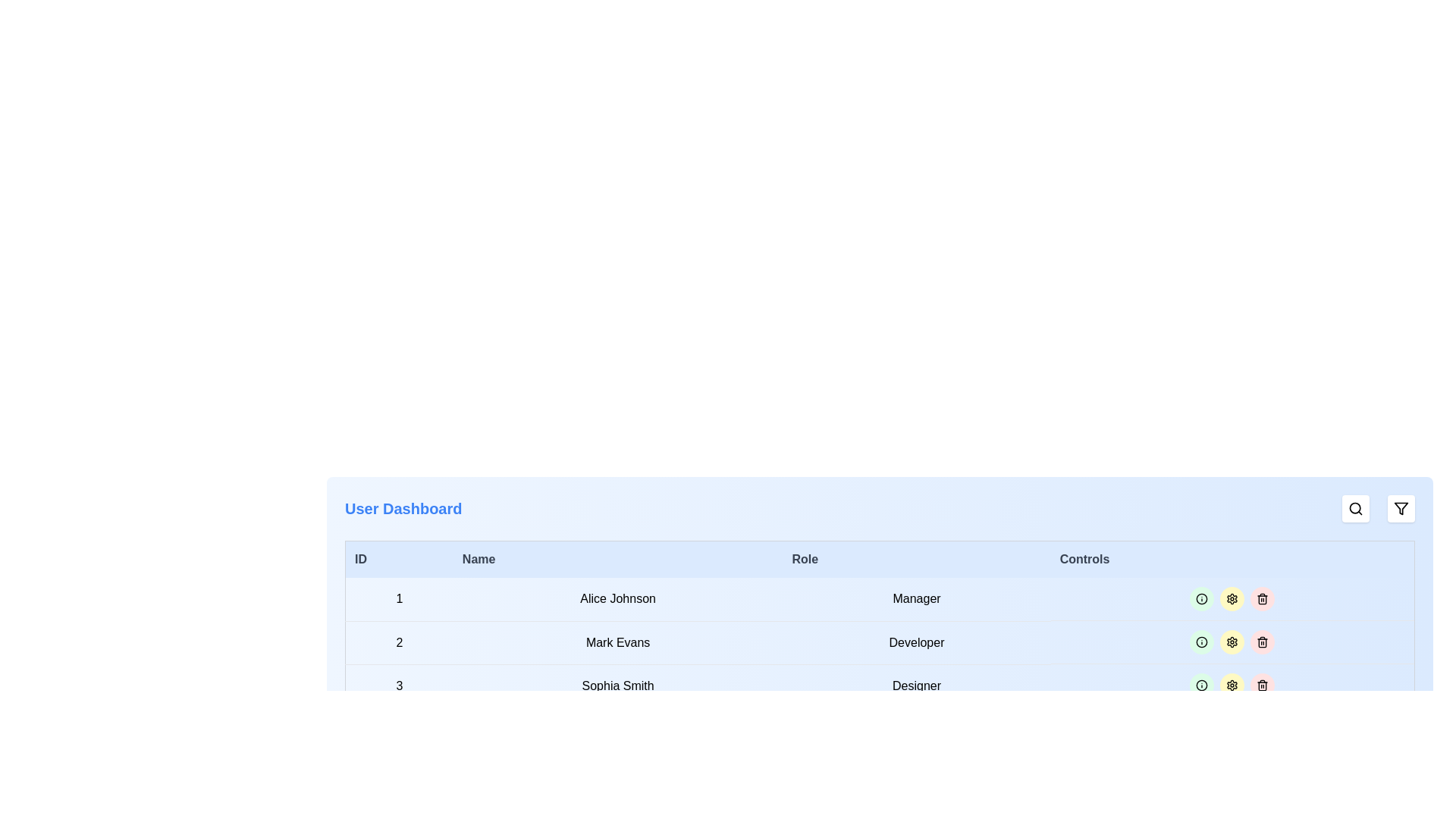 This screenshot has height=819, width=1456. I want to click on the trash icon representing the delete function located in the 'Controls' column for 'Alice Johnson', so click(1263, 598).